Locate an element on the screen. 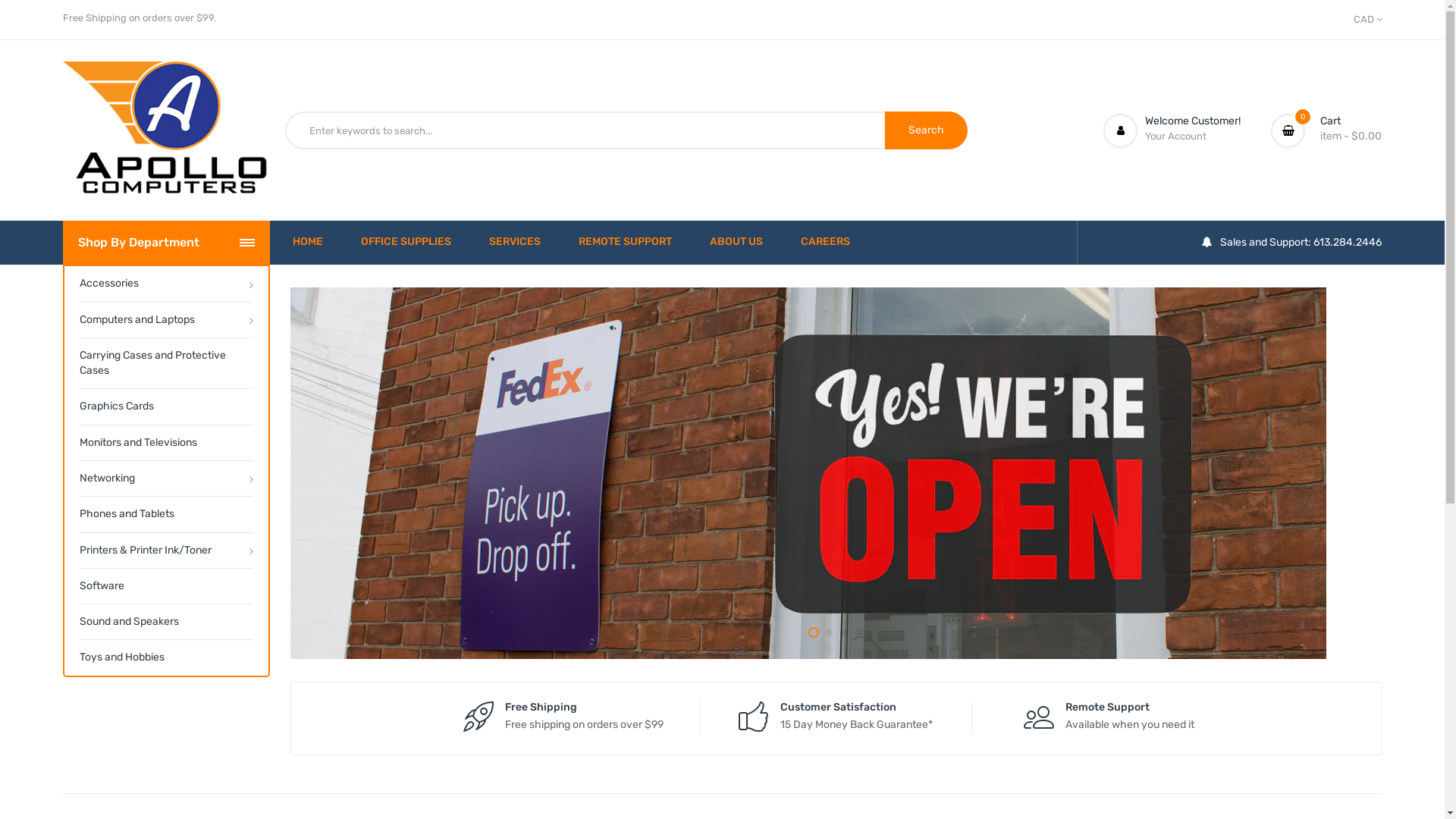 This screenshot has height=819, width=1456. 'Your Account' is located at coordinates (1175, 135).